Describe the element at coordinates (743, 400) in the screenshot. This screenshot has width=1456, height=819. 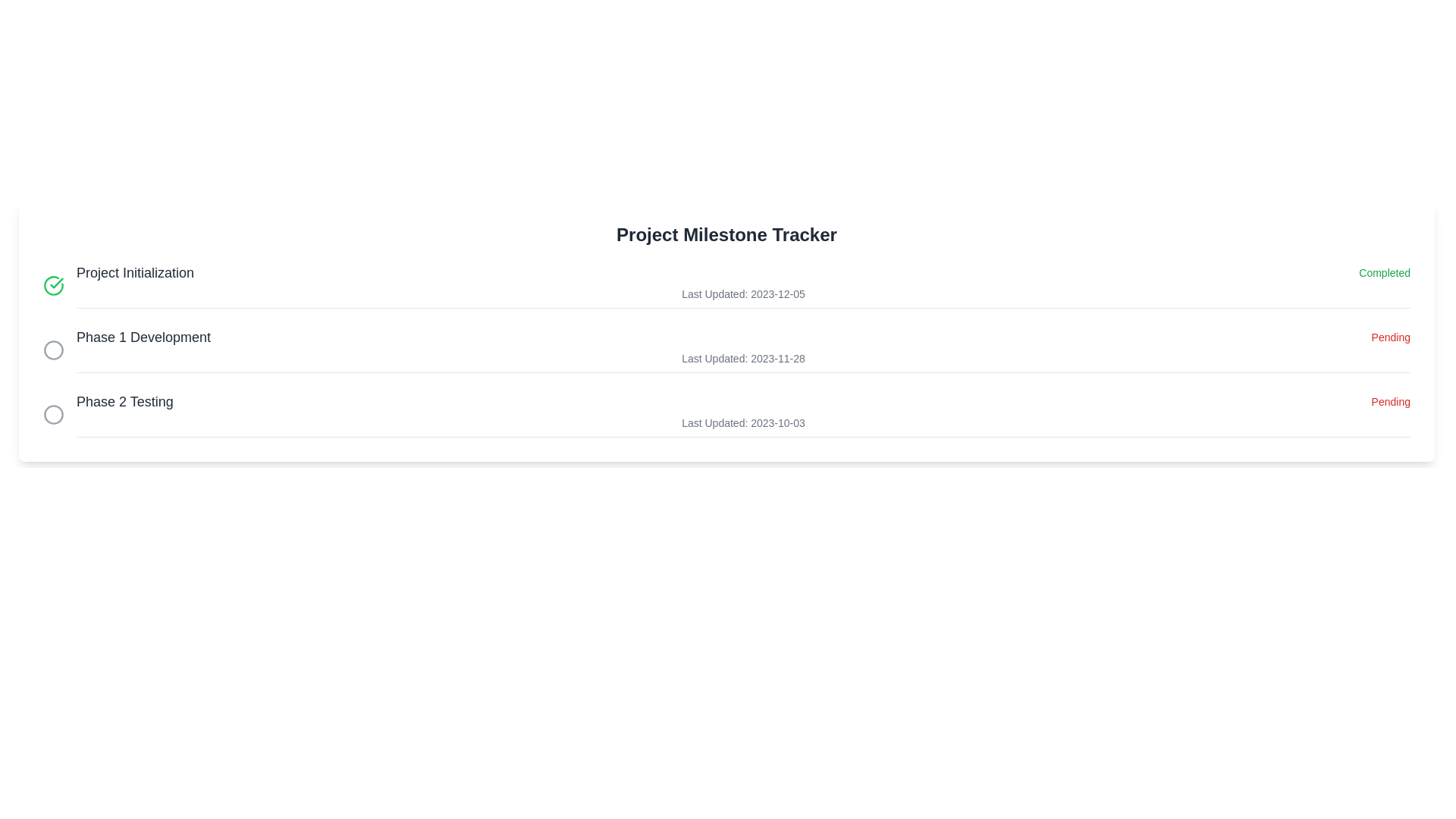
I see `status indicator for the 'Phase 2 Testing' milestone, which currently shows 'Pending'` at that location.